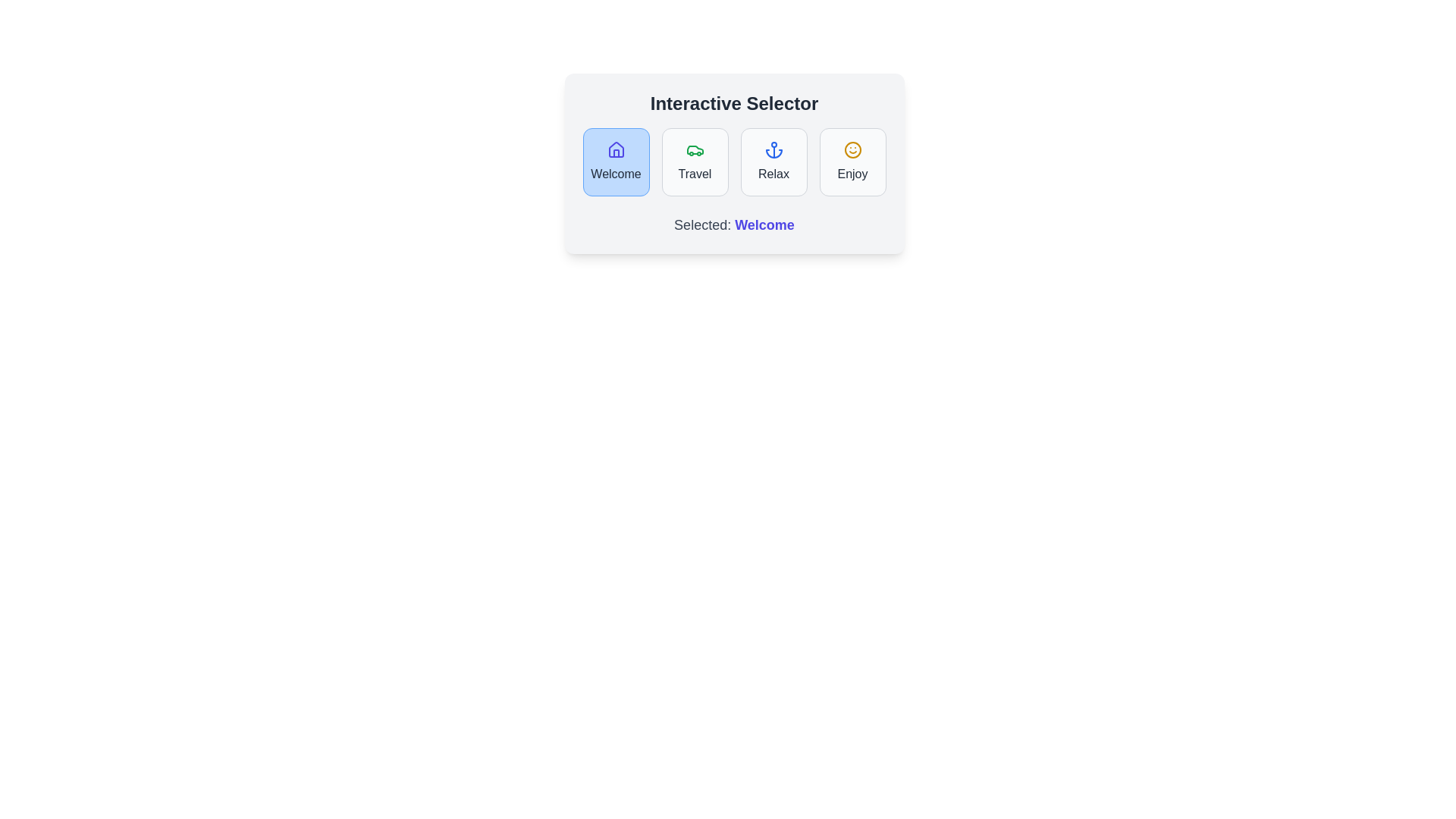 This screenshot has height=819, width=1456. I want to click on the yellow smiley face icon located in the fourth selectable box from the left under the 'Interactive Selector' labeled 'Enjoy', so click(852, 149).